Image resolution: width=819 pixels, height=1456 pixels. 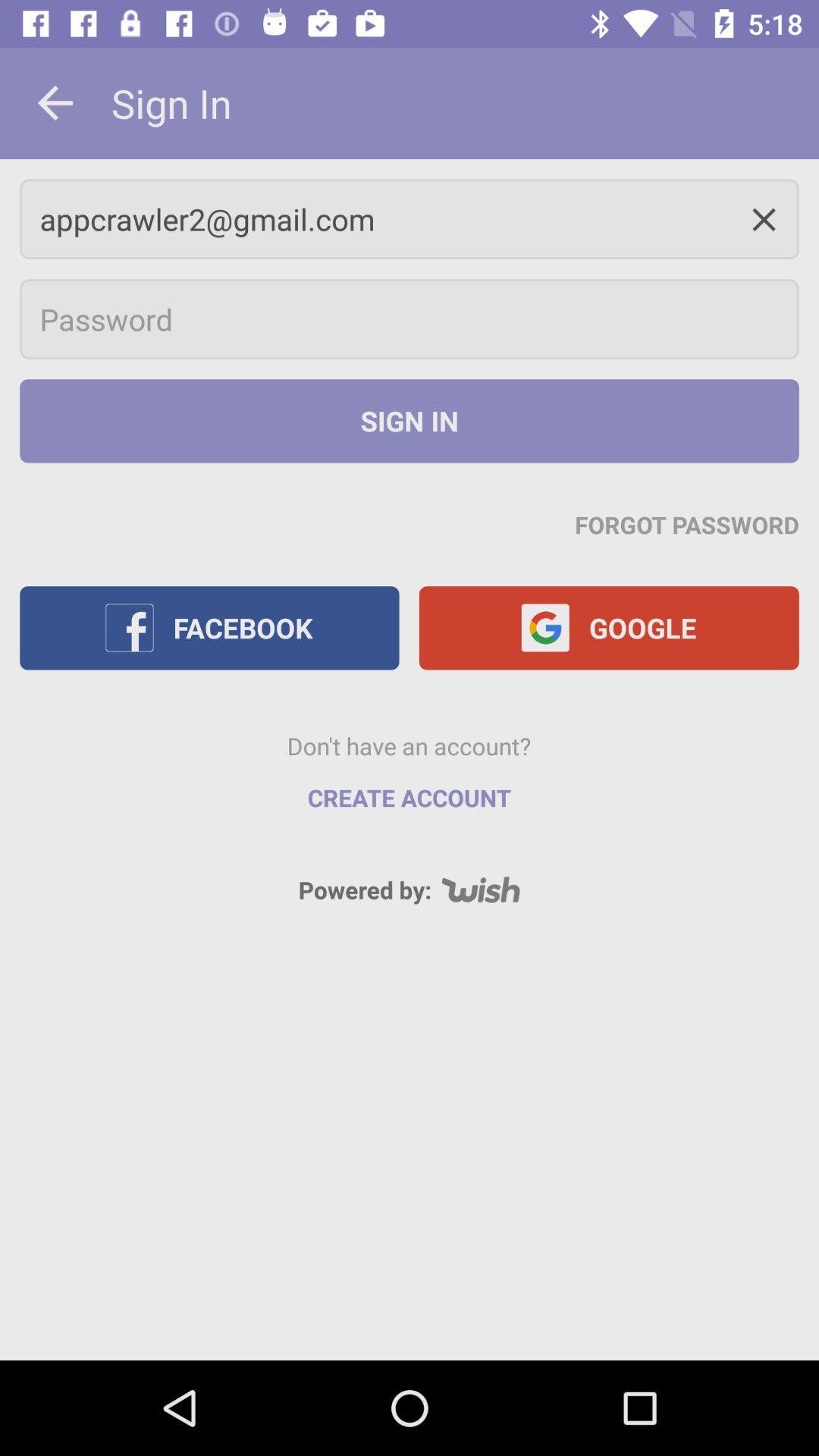 I want to click on the icon to the left of sign in icon, so click(x=55, y=102).